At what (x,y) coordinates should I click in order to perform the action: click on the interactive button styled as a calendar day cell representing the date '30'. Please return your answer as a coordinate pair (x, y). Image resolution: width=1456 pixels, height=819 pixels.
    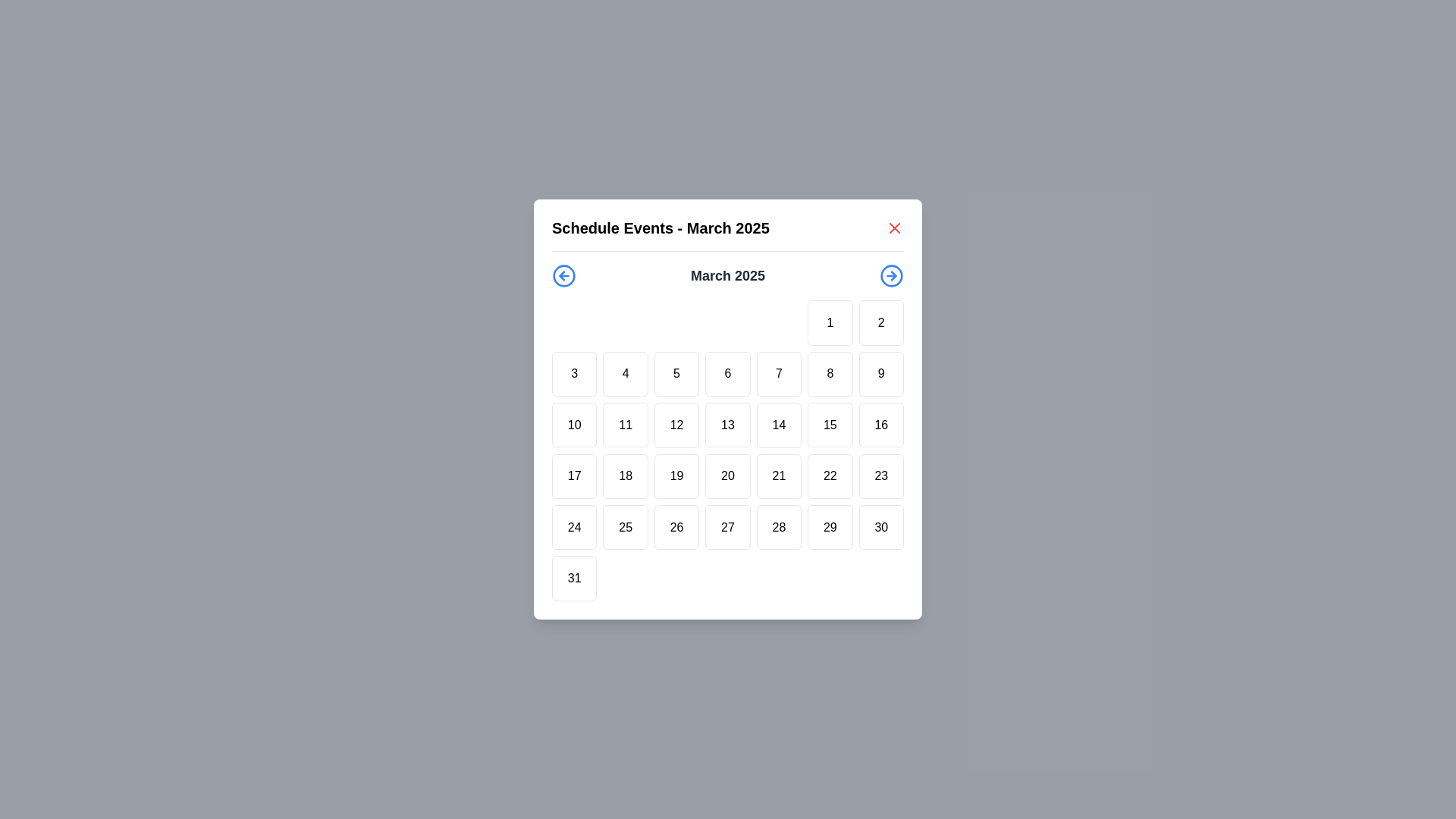
    Looking at the image, I should click on (881, 526).